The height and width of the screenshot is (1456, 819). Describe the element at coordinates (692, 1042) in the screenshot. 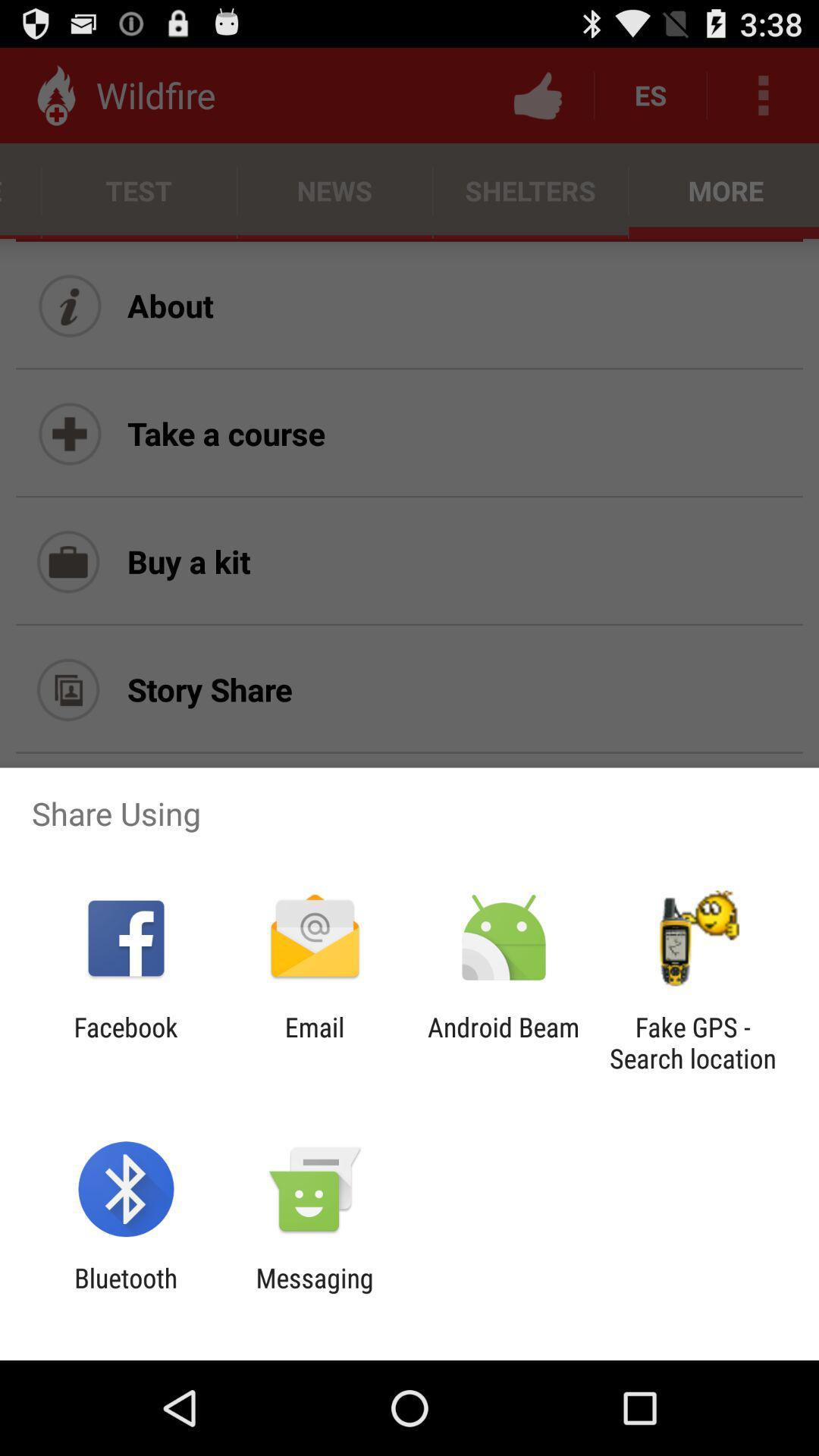

I see `app at the bottom right corner` at that location.